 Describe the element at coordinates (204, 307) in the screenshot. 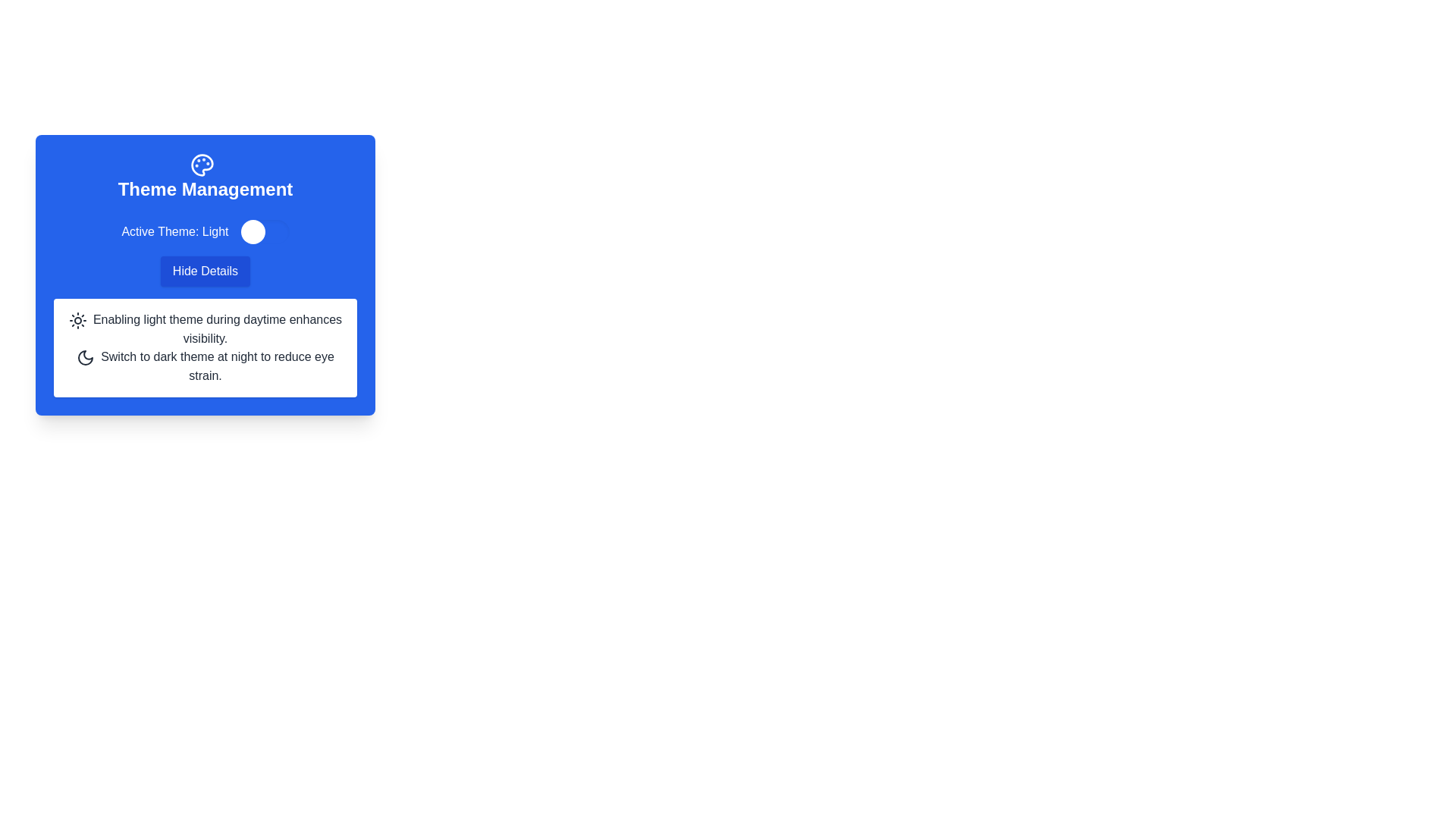

I see `the Informational card located in the third major section of the 'Theme Management' card, below the 'Active Theme: Light' section with its toggle switch and 'Hide Details' button` at that location.